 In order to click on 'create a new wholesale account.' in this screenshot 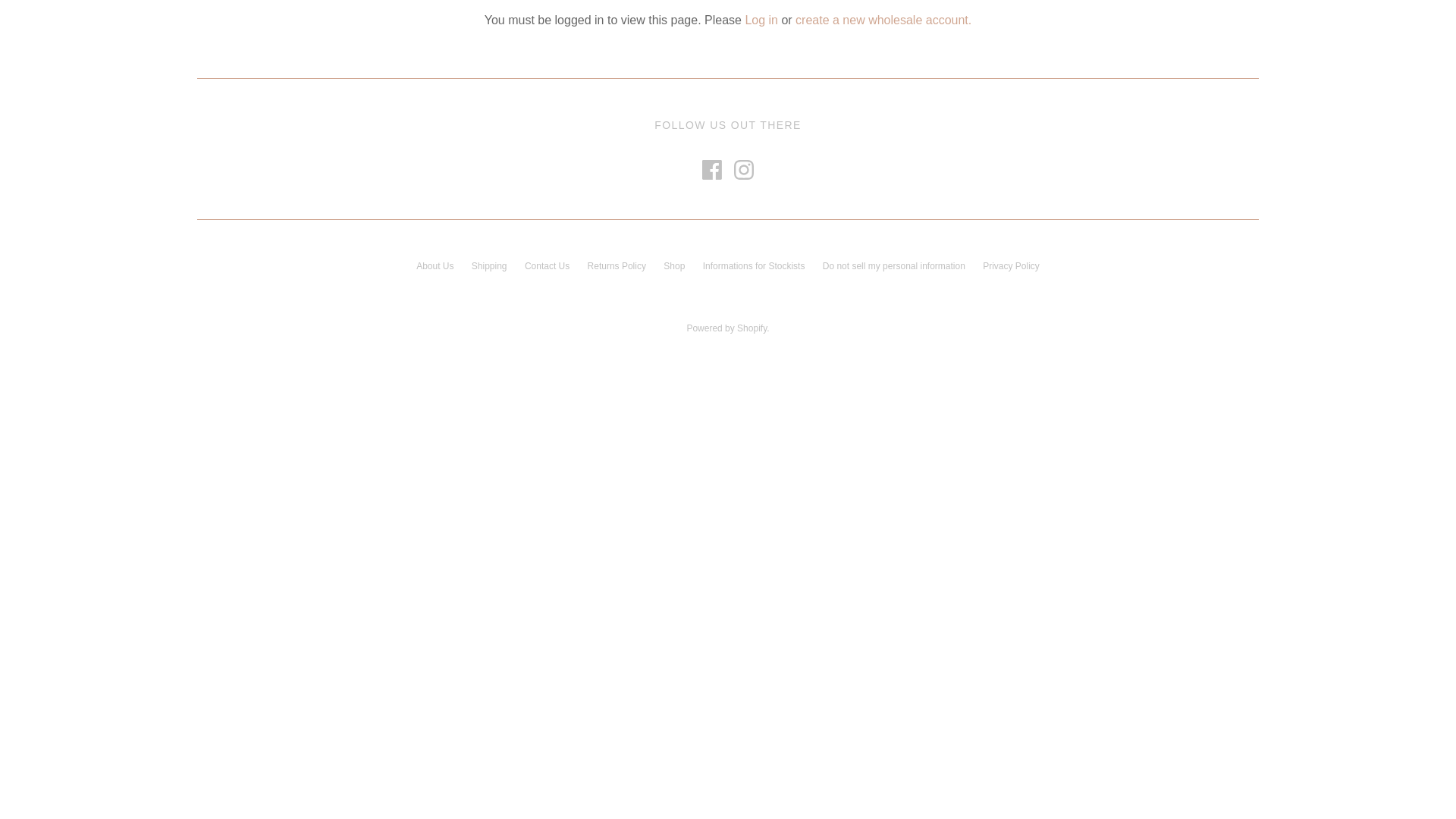, I will do `click(795, 20)`.